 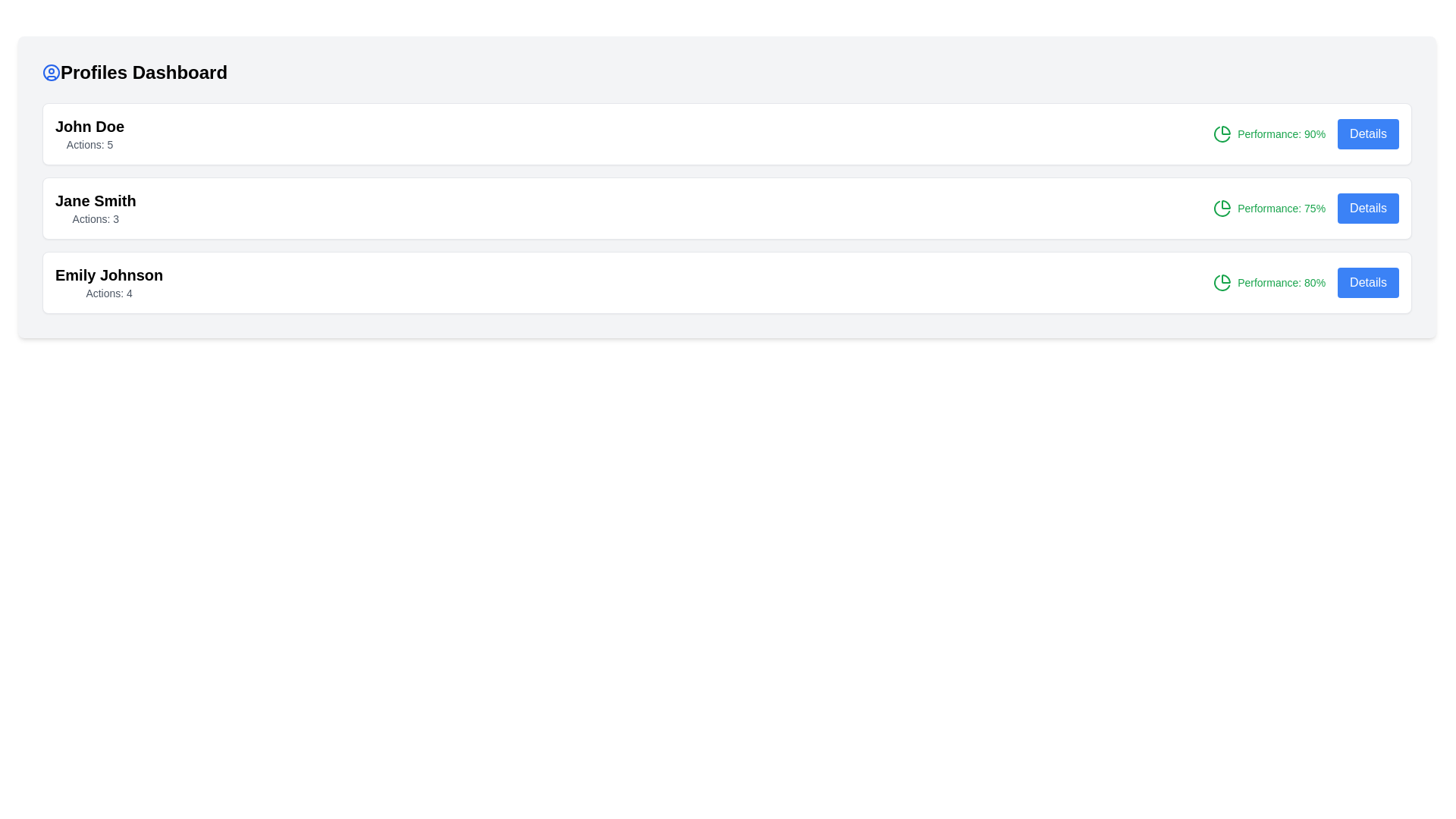 I want to click on the label that displays the number of actions associated with the profile 'Emily Johnson', located in the third profile section, directly below 'Emily Johnson', and aligned to the left, so click(x=108, y=293).